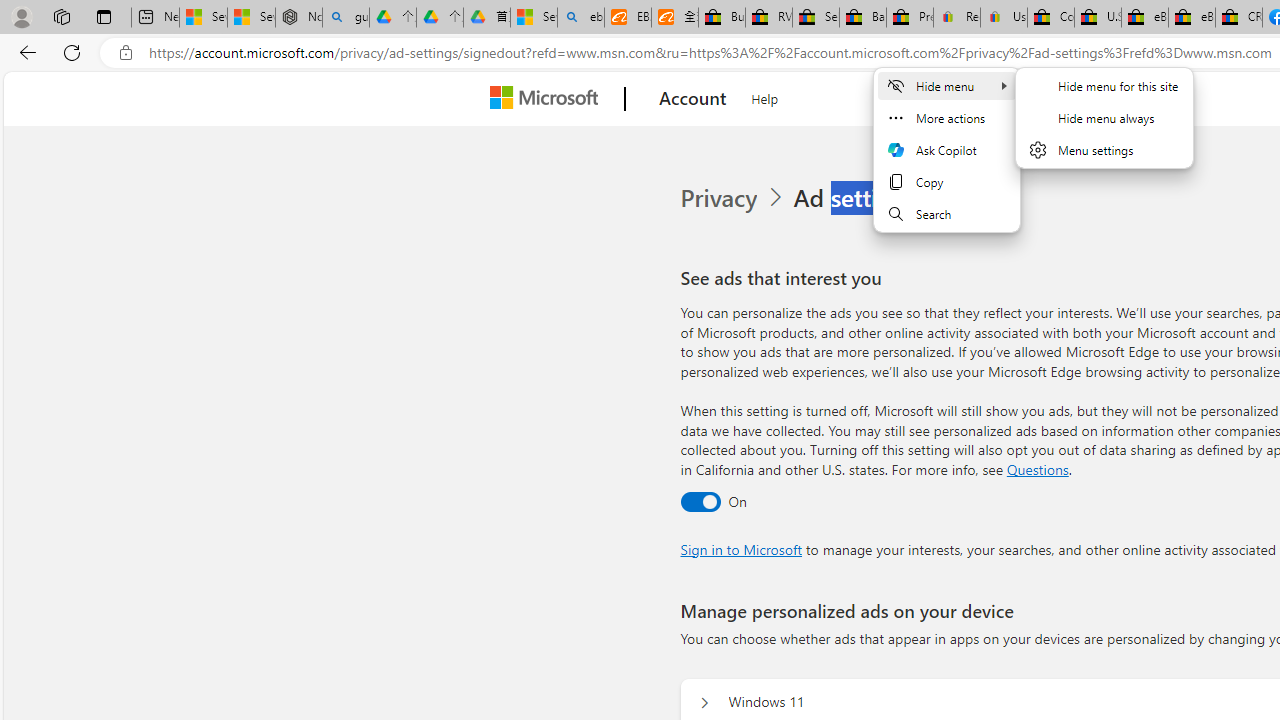 The height and width of the screenshot is (720, 1280). I want to click on 'Privacy', so click(733, 198).